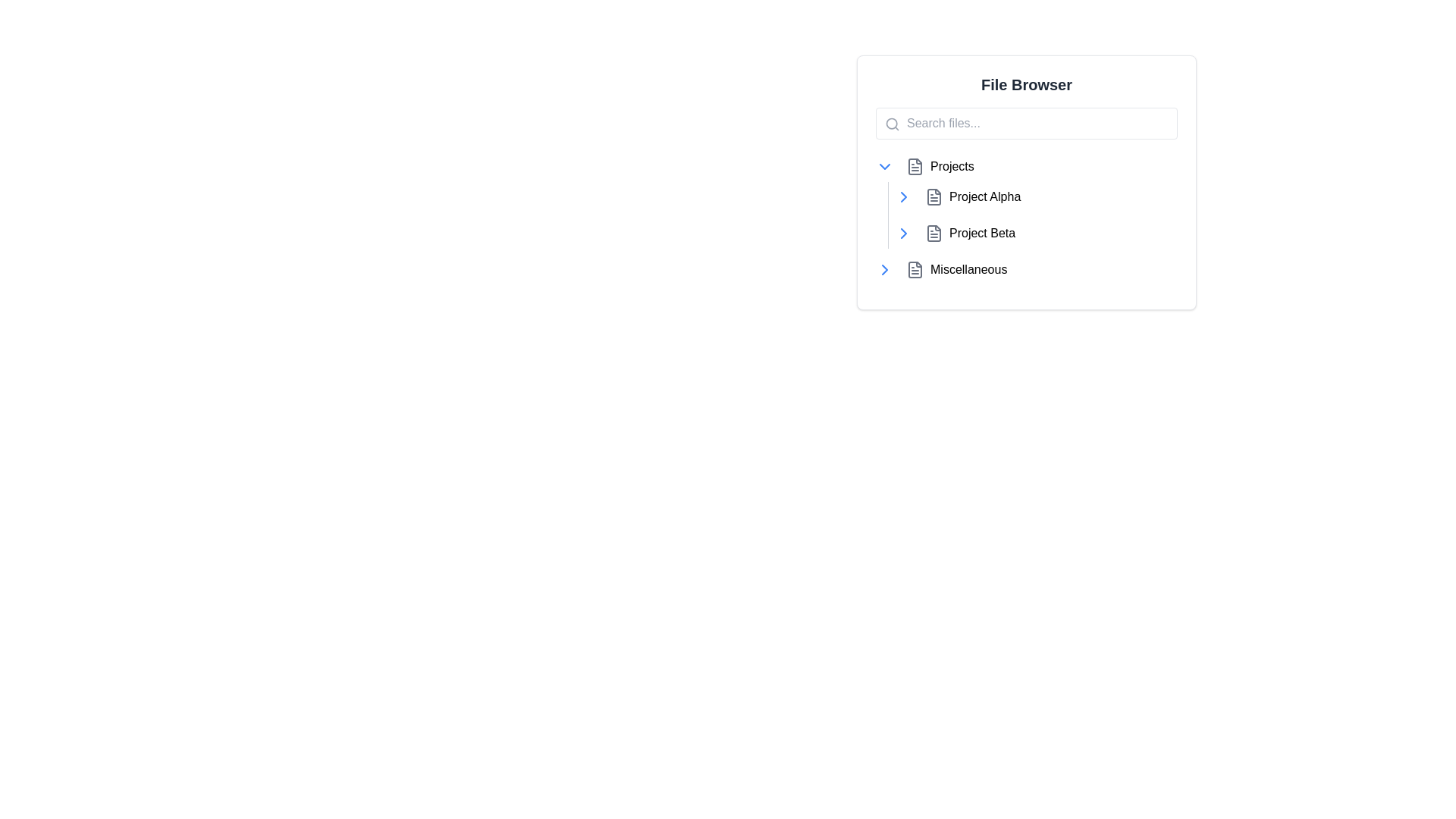 The image size is (1456, 819). I want to click on the small gray document icon that is part of the 'Project Beta' list item in the 'File Browser' panel, so click(934, 234).